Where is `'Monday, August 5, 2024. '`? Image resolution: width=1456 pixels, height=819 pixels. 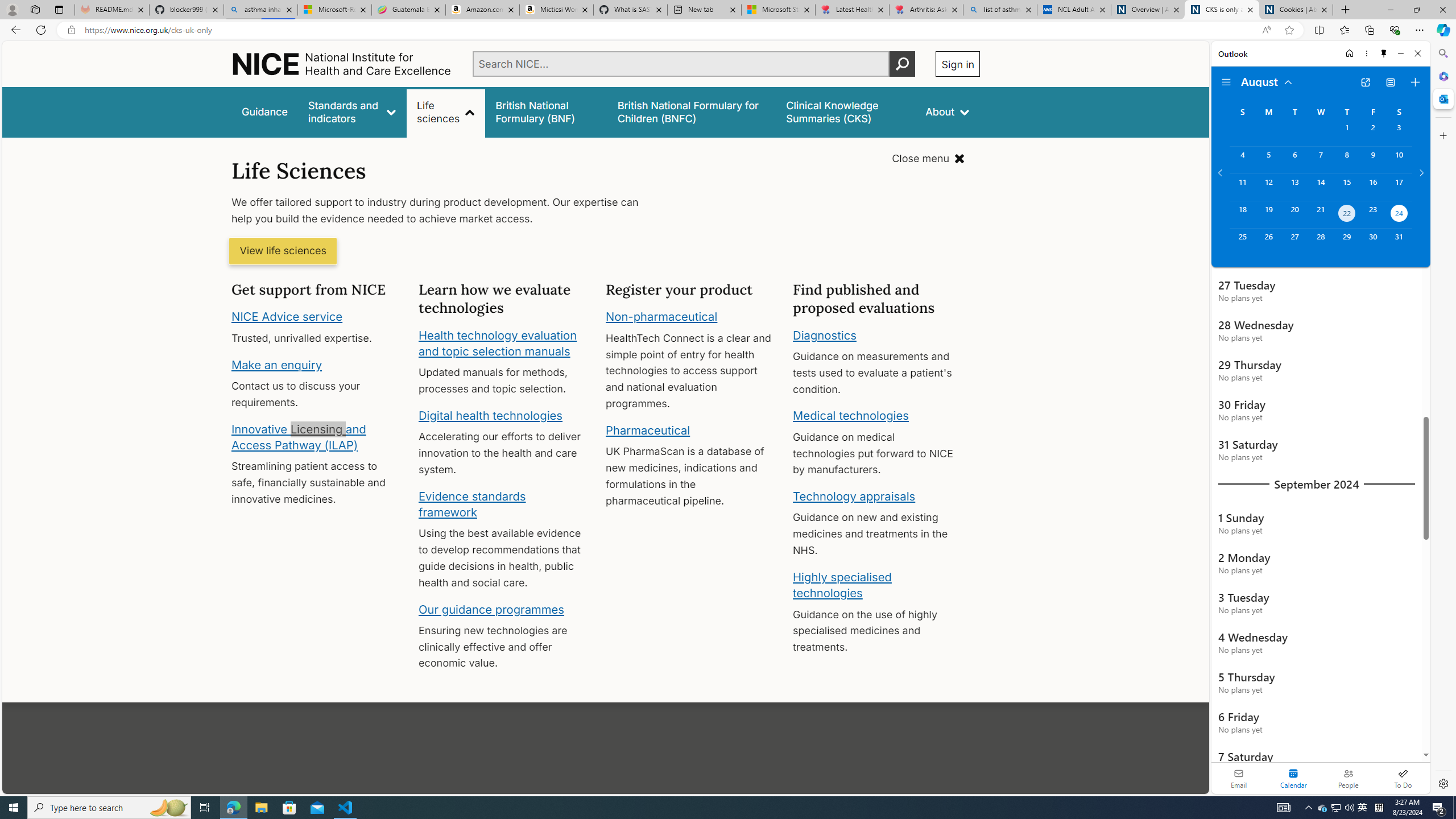 'Monday, August 5, 2024. ' is located at coordinates (1268, 159).